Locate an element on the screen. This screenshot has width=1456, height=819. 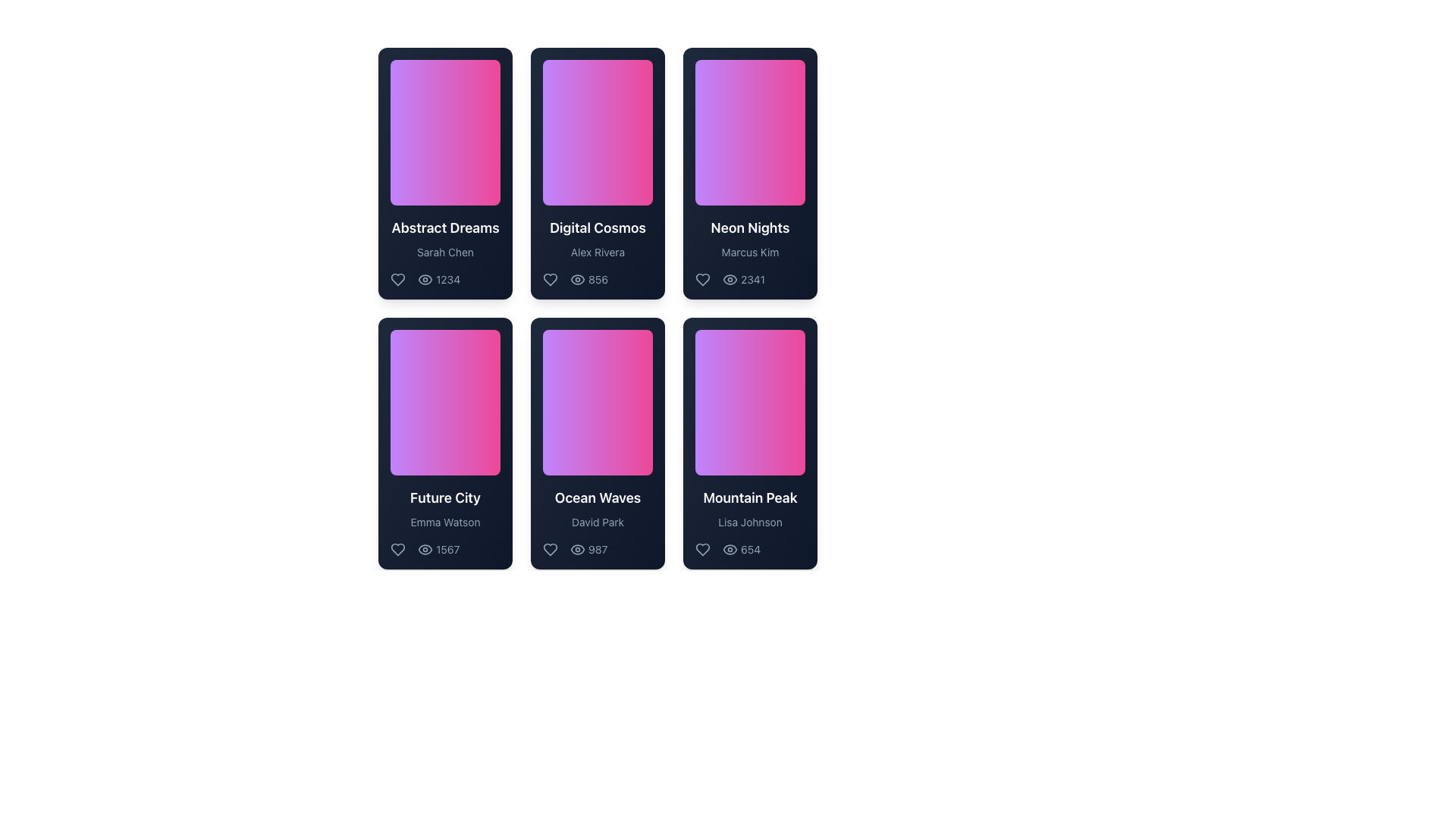
the visibility indicator icon located to the left of the text '2341' within the 'Neon Nights' card is located at coordinates (730, 280).